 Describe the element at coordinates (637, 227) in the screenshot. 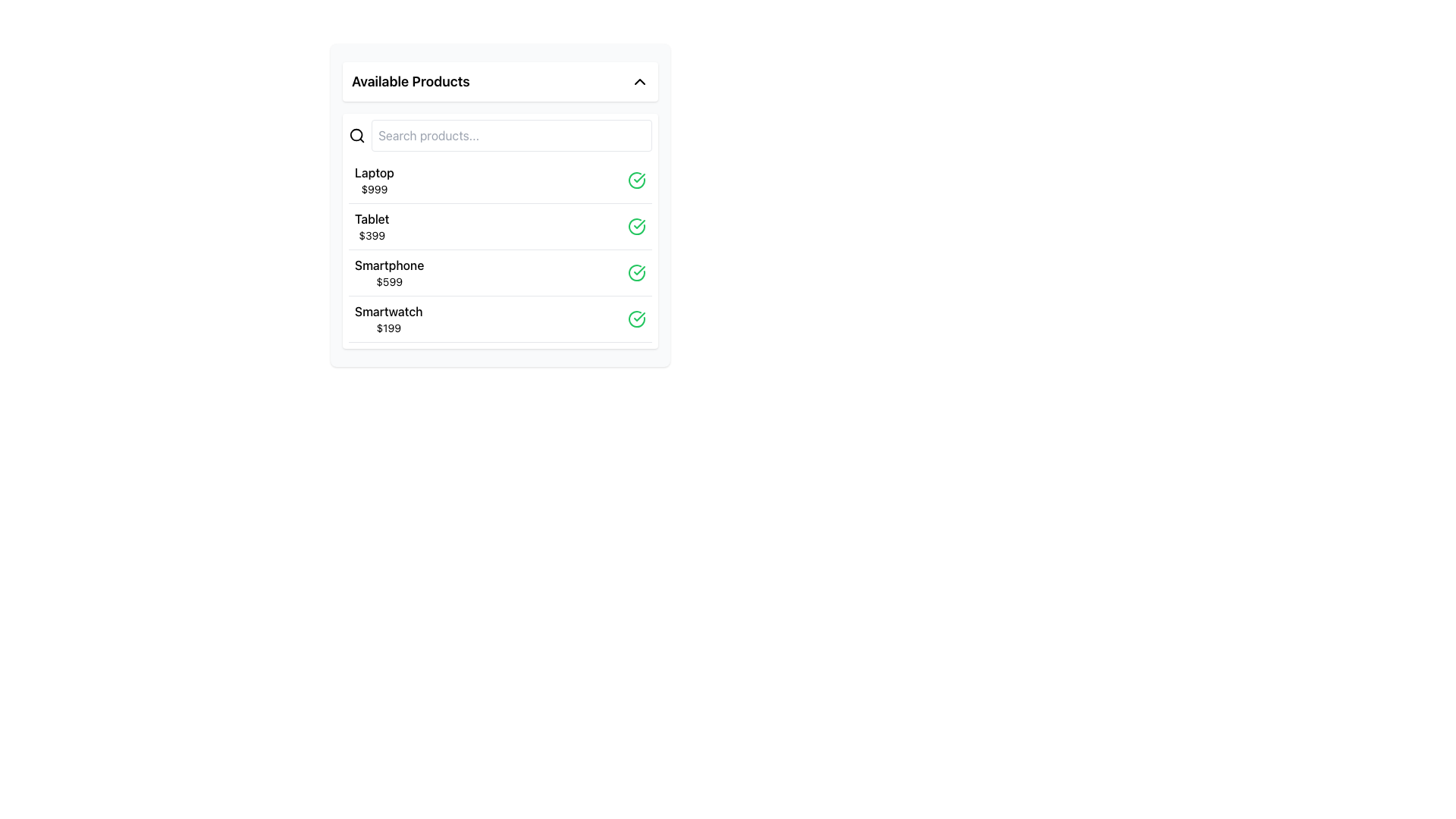

I see `the small circular vector icon outlined in green with a checkmark, located on the right side of the 'Tablet $399' row in the product list` at that location.